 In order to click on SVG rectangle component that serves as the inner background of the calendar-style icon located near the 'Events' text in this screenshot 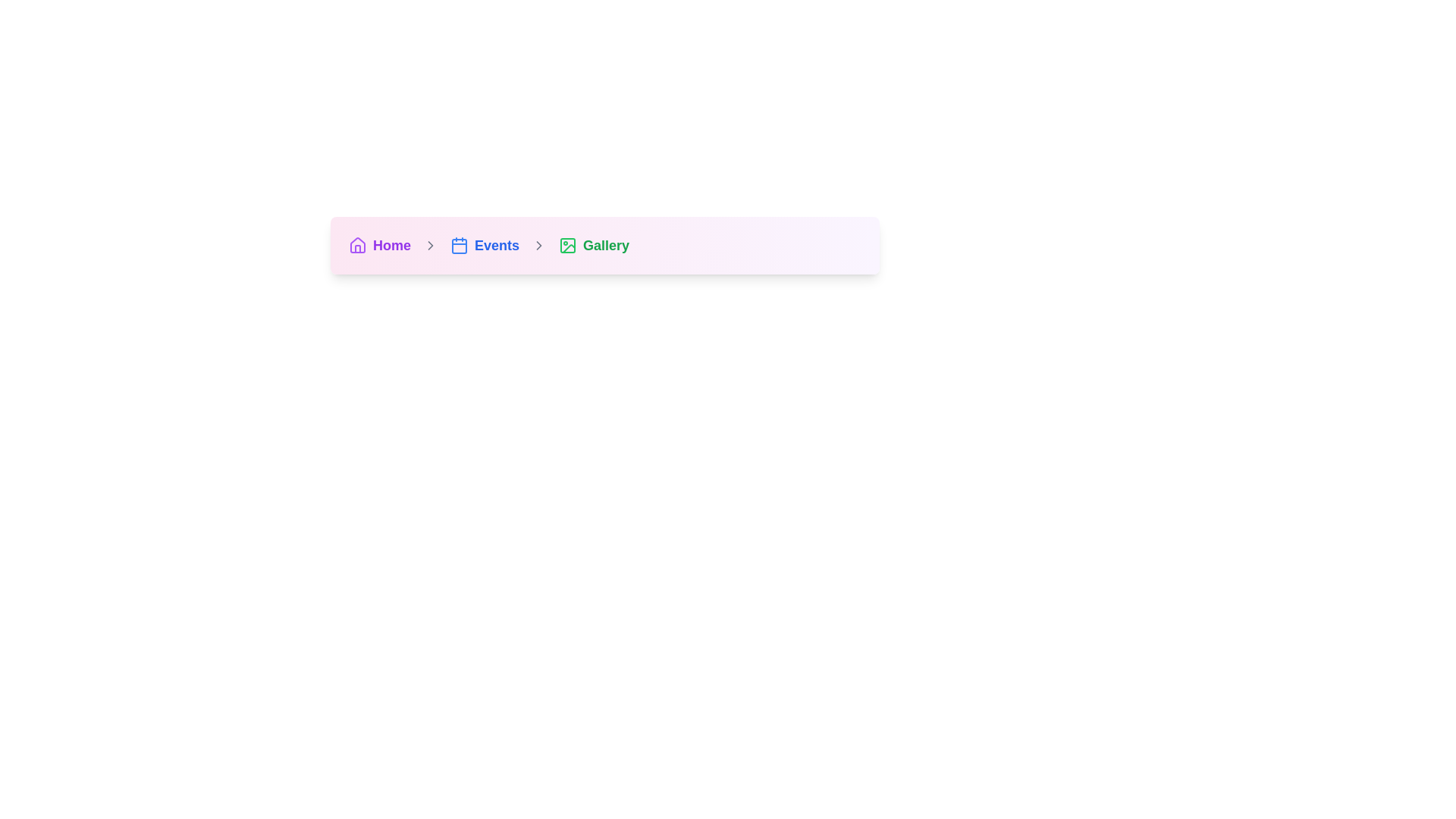, I will do `click(458, 245)`.